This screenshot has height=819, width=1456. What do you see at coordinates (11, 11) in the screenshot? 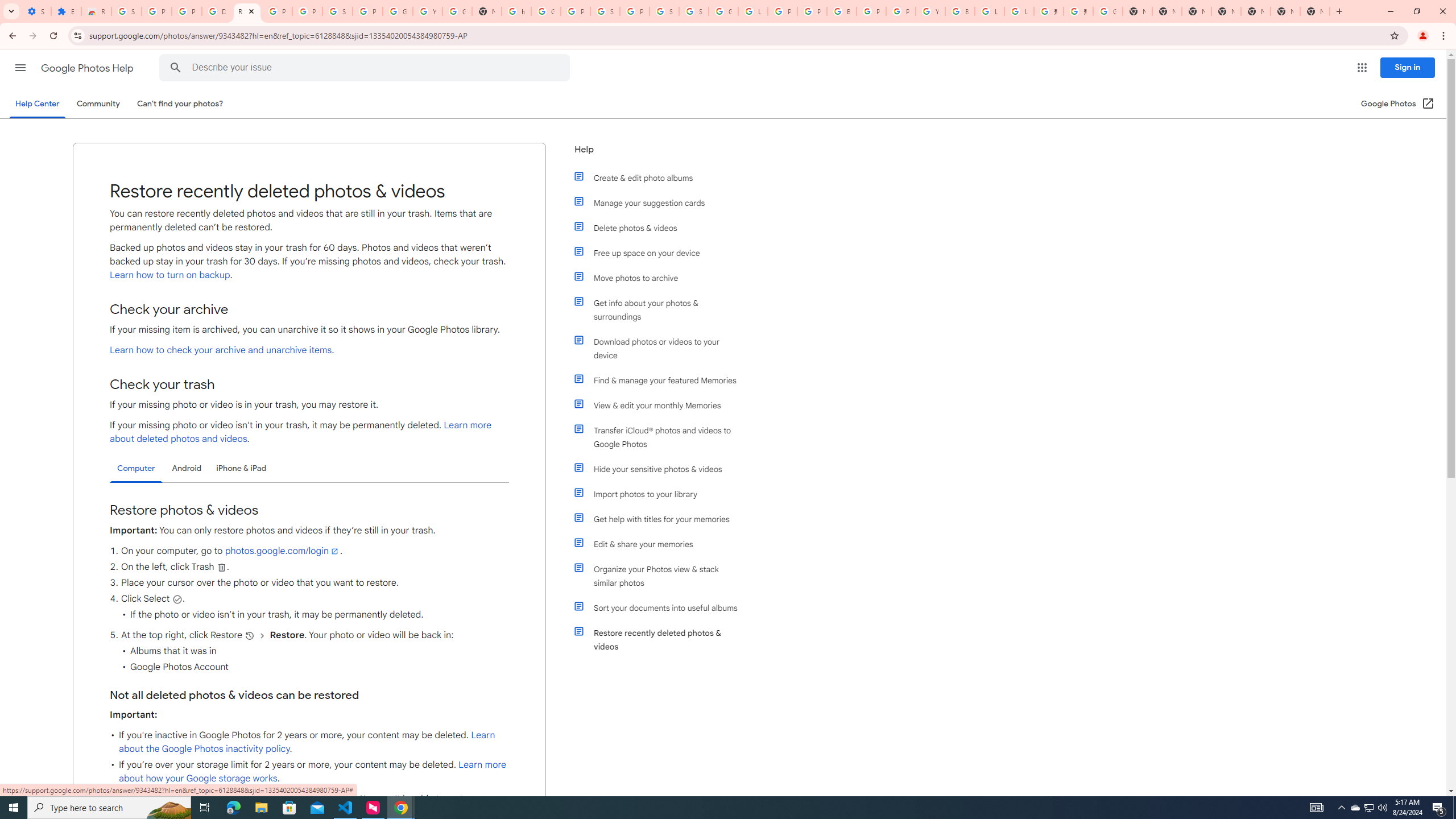
I see `'Search tabs'` at bounding box center [11, 11].